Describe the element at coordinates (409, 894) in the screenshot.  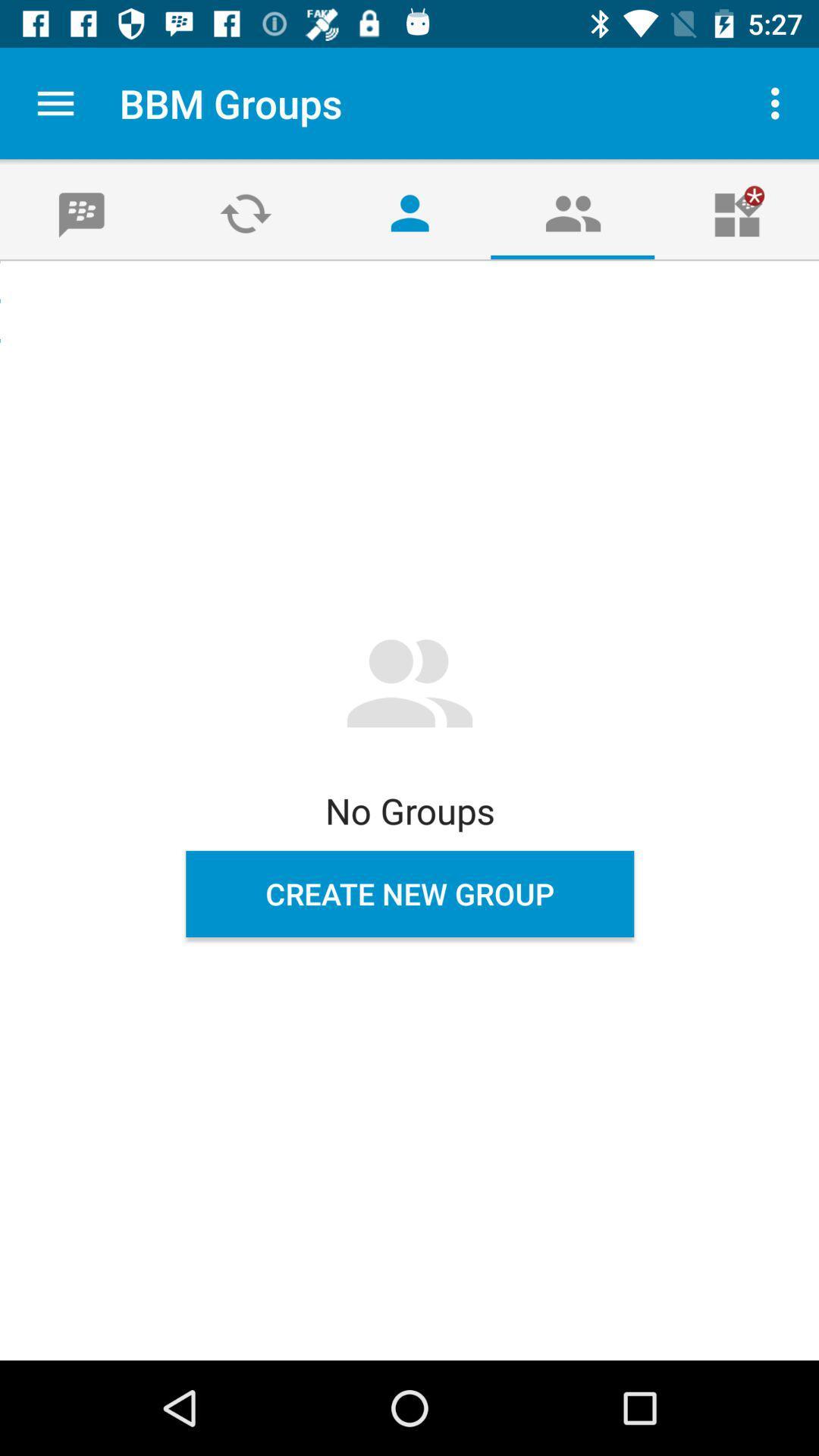
I see `the icon below the no groups` at that location.